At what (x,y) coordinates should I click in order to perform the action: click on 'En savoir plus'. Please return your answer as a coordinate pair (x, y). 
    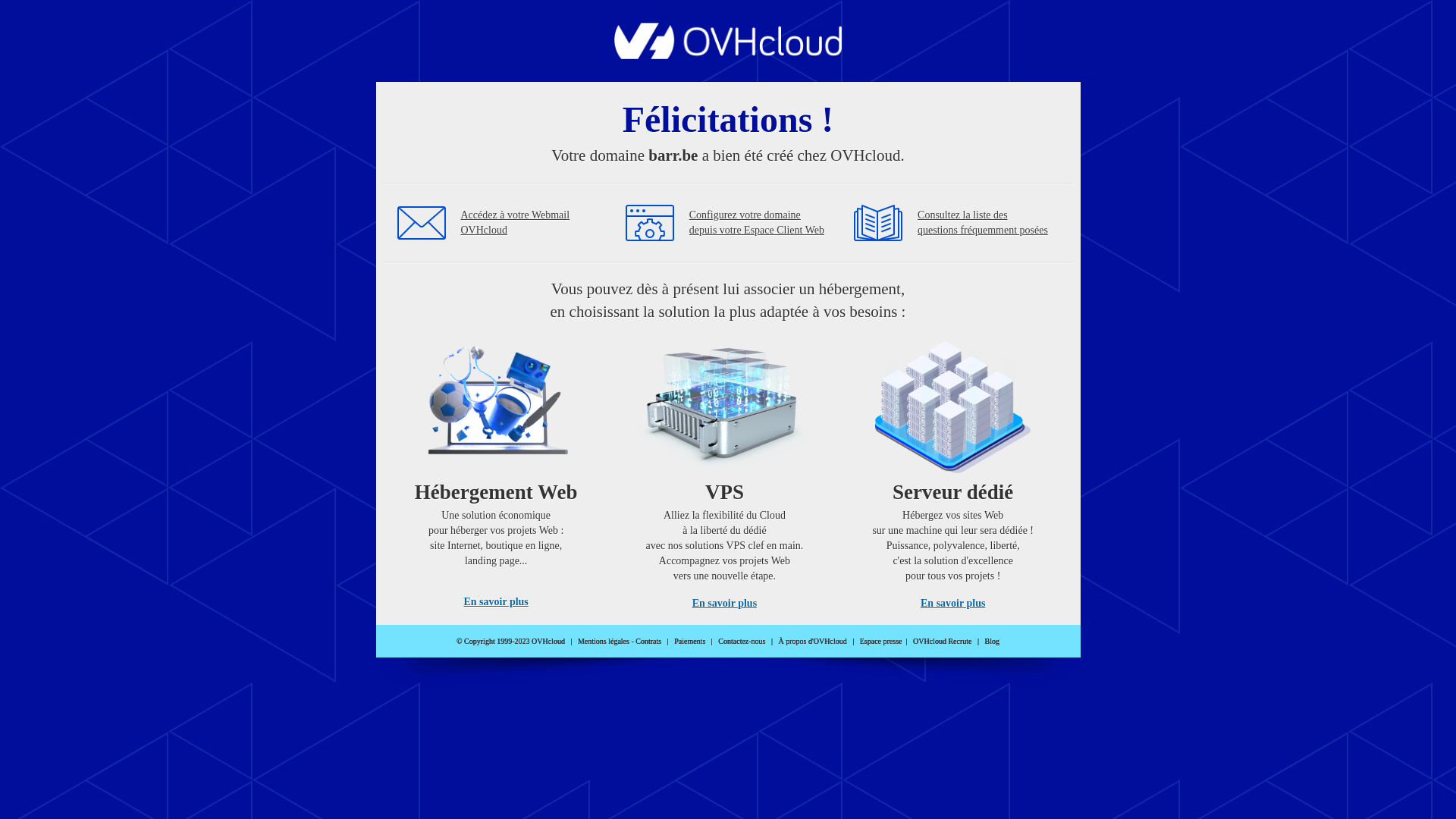
    Looking at the image, I should click on (952, 602).